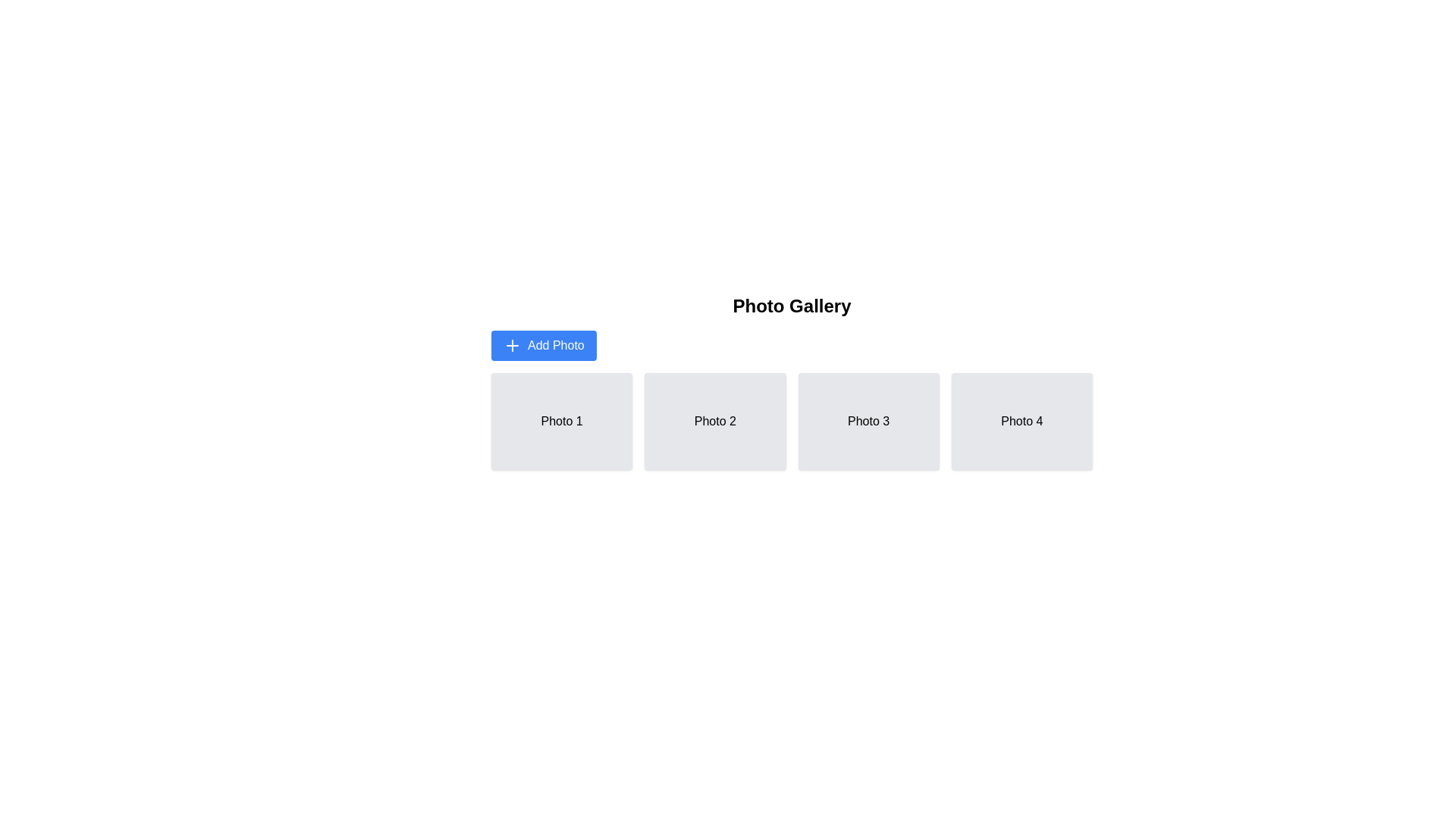 This screenshot has height=819, width=1456. Describe the element at coordinates (791, 421) in the screenshot. I see `the labels in the Grid Layout that displays photos or items below the 'Photo Gallery' heading for interactions` at that location.